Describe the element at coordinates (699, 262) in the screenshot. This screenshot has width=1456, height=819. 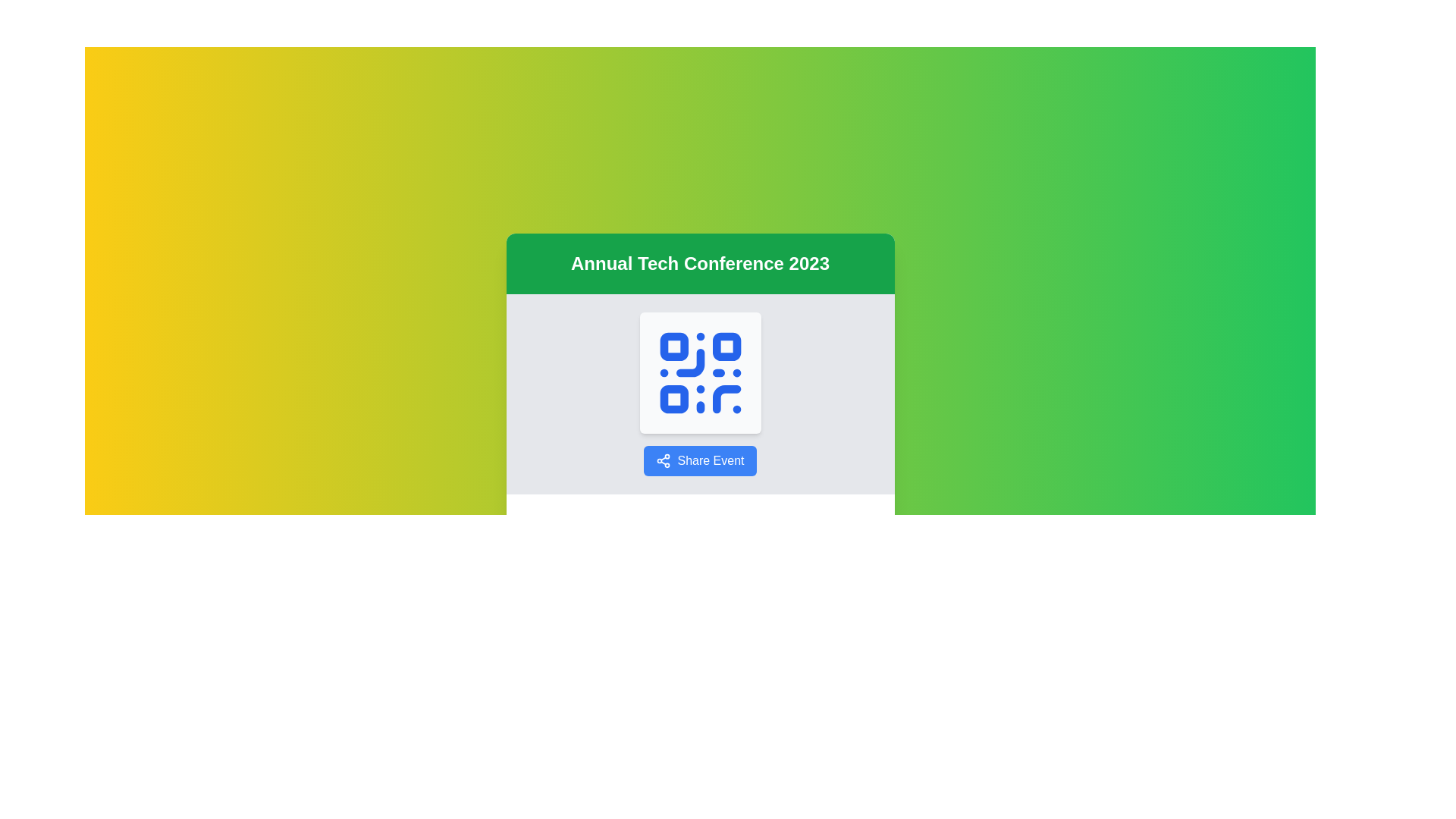
I see `the static text header that serves as the main informational context for the card, located at the top-center of the card structure above the QR code graphic and the 'Share Event' button` at that location.